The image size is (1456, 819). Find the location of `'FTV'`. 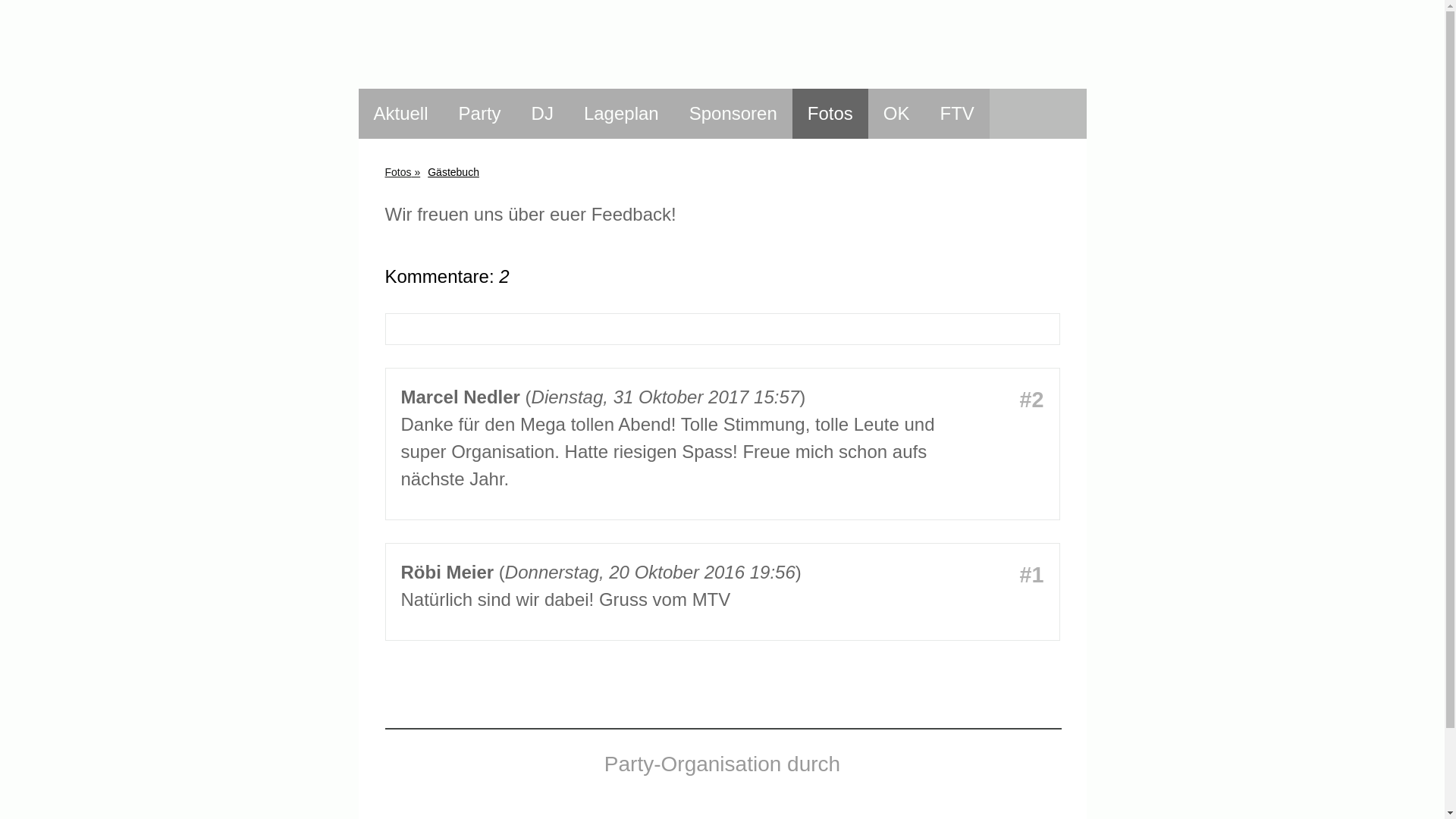

'FTV' is located at coordinates (955, 113).